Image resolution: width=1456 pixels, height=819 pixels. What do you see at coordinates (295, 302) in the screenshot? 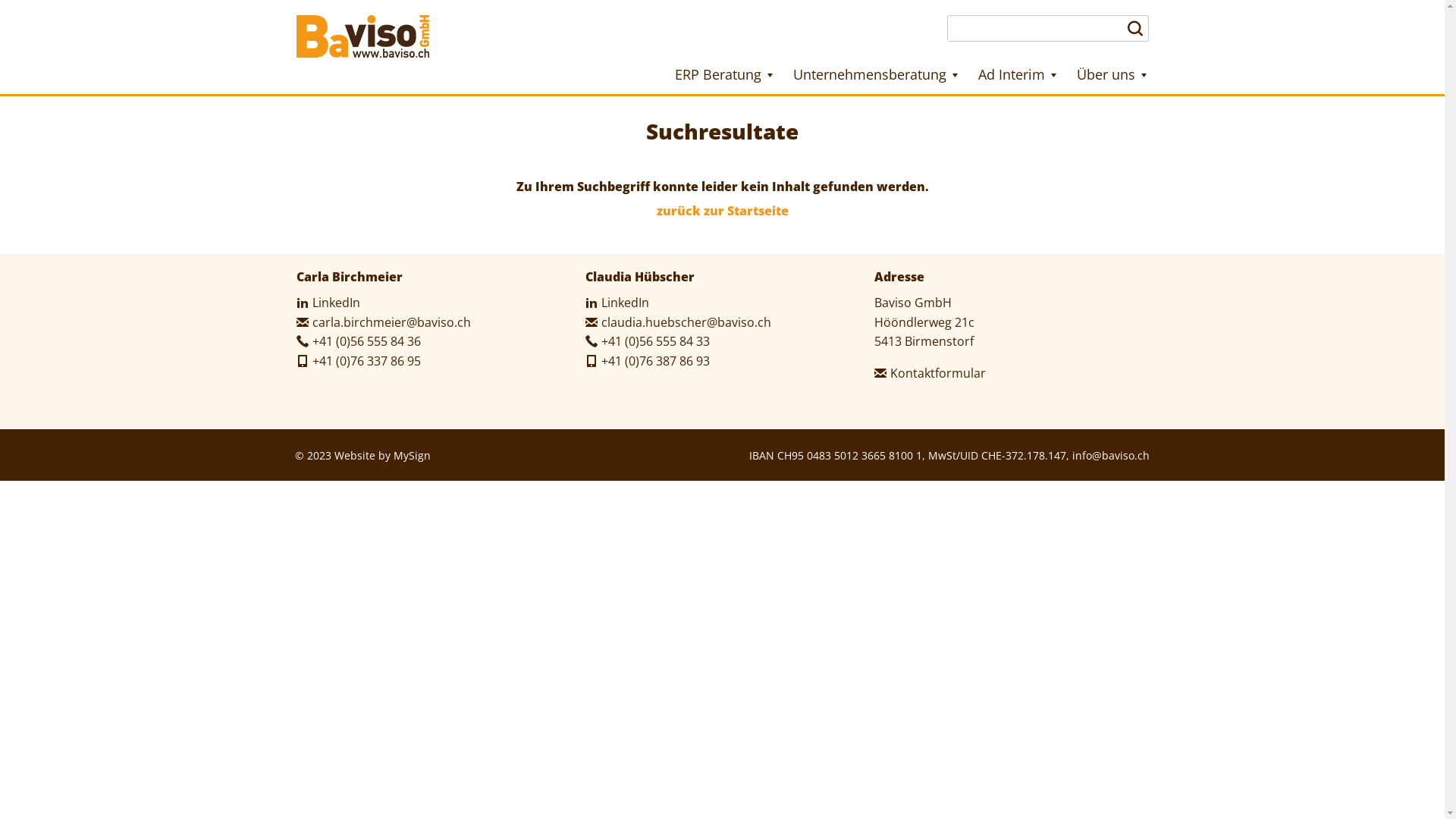
I see `'LinkedIn'` at bounding box center [295, 302].